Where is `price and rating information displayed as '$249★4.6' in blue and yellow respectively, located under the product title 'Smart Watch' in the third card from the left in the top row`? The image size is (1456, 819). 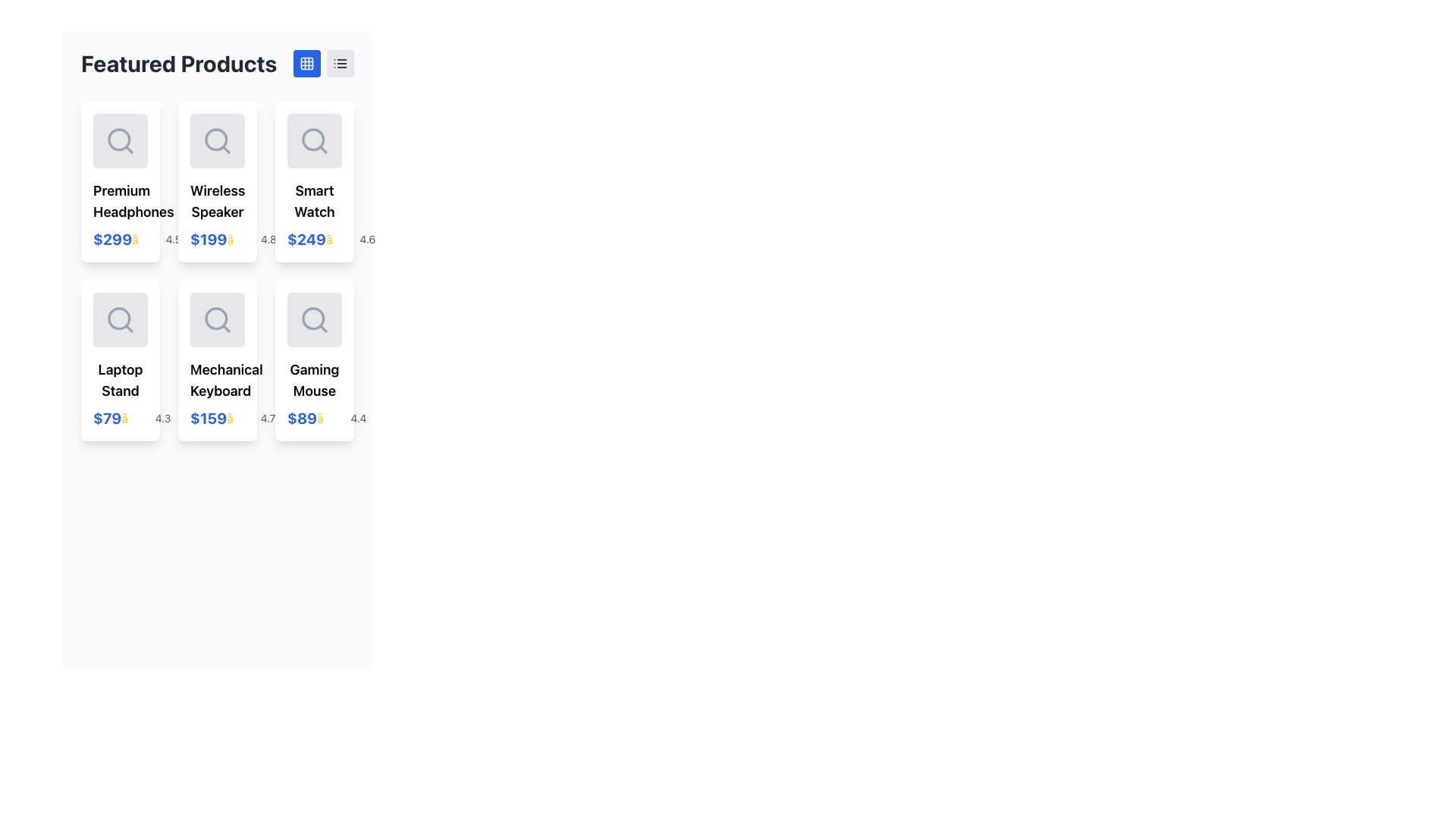 price and rating information displayed as '$249★4.6' in blue and yellow respectively, located under the product title 'Smart Watch' in the third card from the left in the top row is located at coordinates (313, 239).